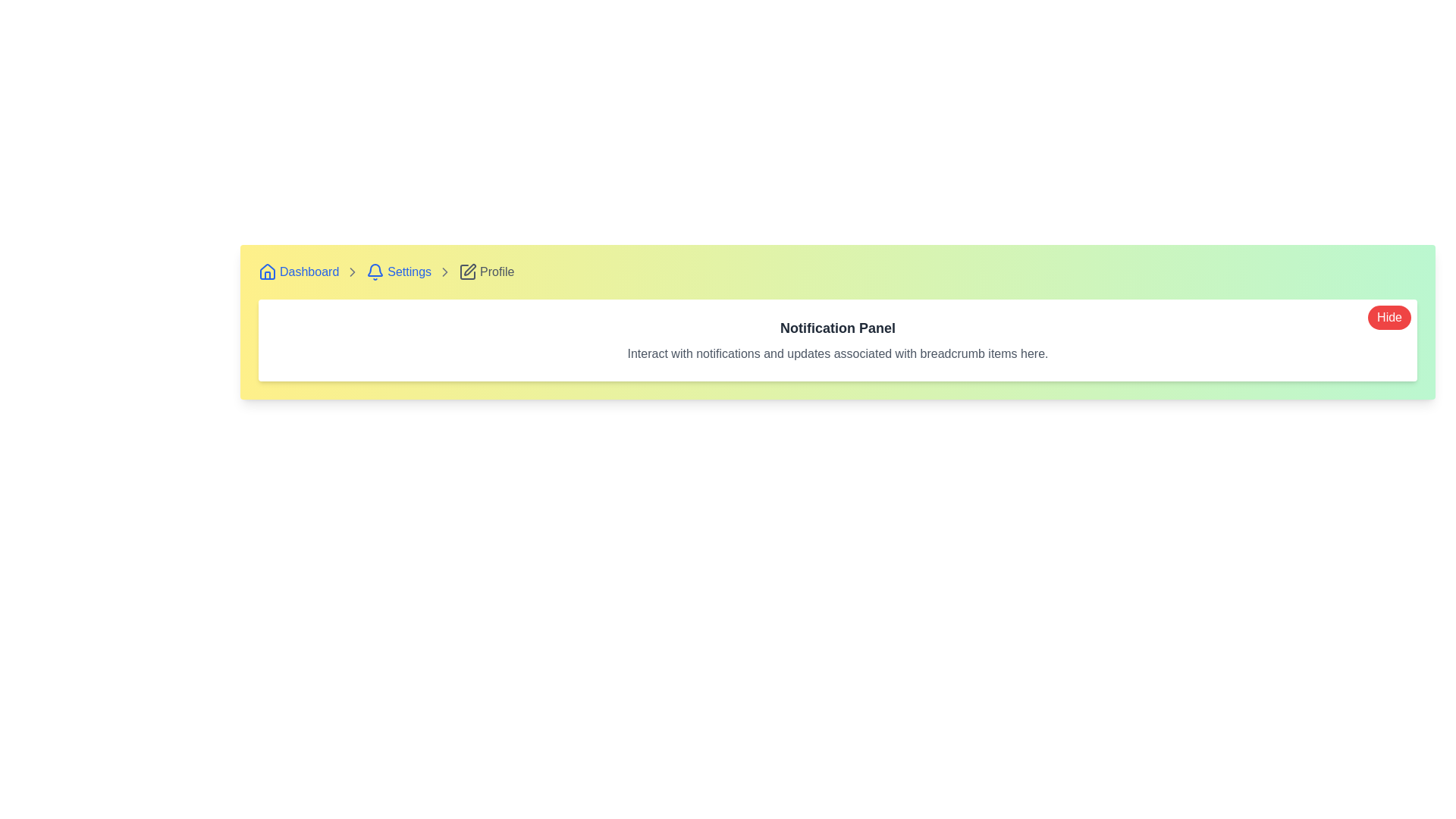  What do you see at coordinates (399, 271) in the screenshot?
I see `the 'Settings' hyperlink, which is styled as an inline-flex component with a blue bell icon` at bounding box center [399, 271].